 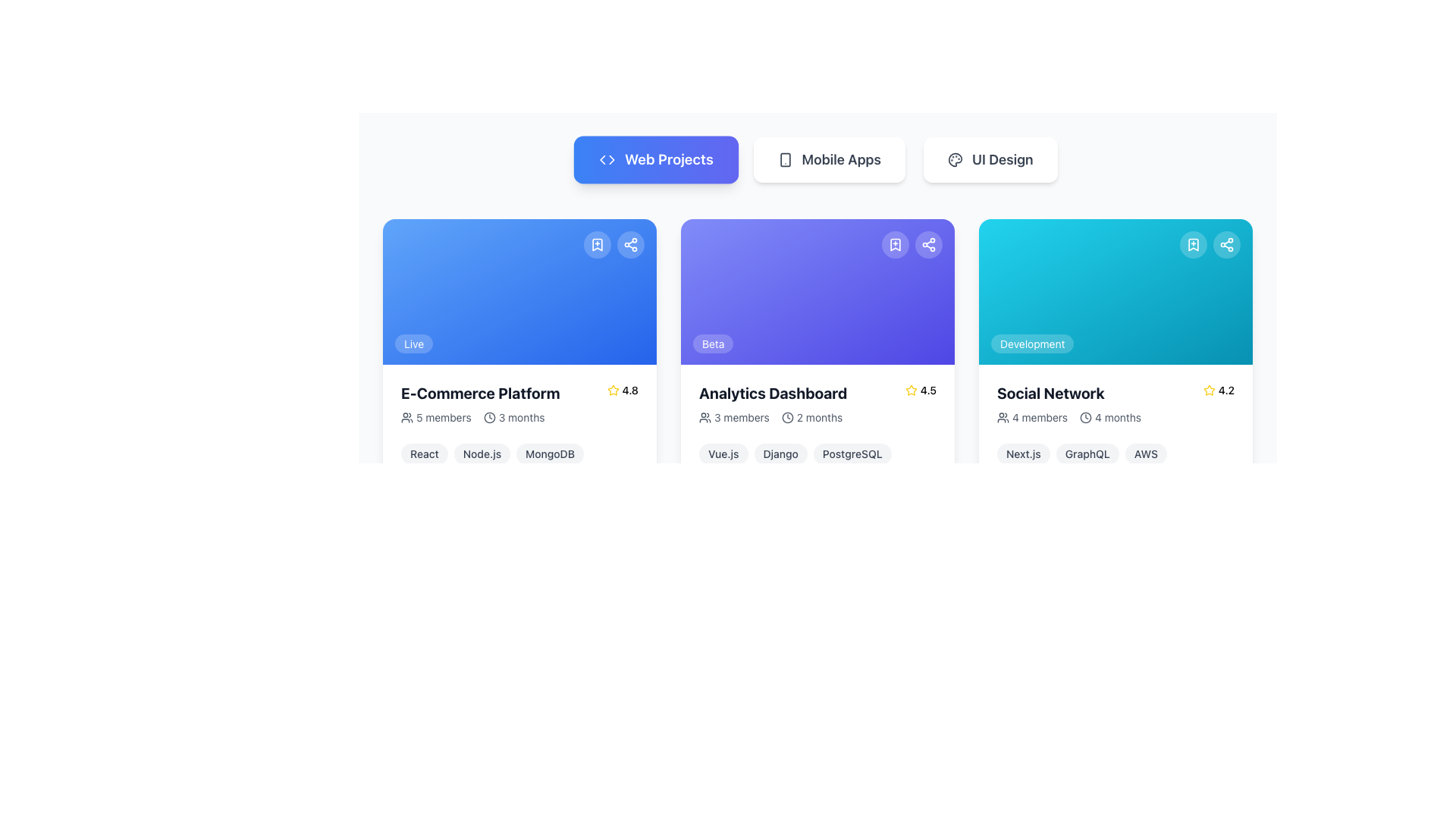 I want to click on the circular button with a bookmark icon located at the top-right corner of the 'E-Commerce Platform' content card, so click(x=596, y=244).